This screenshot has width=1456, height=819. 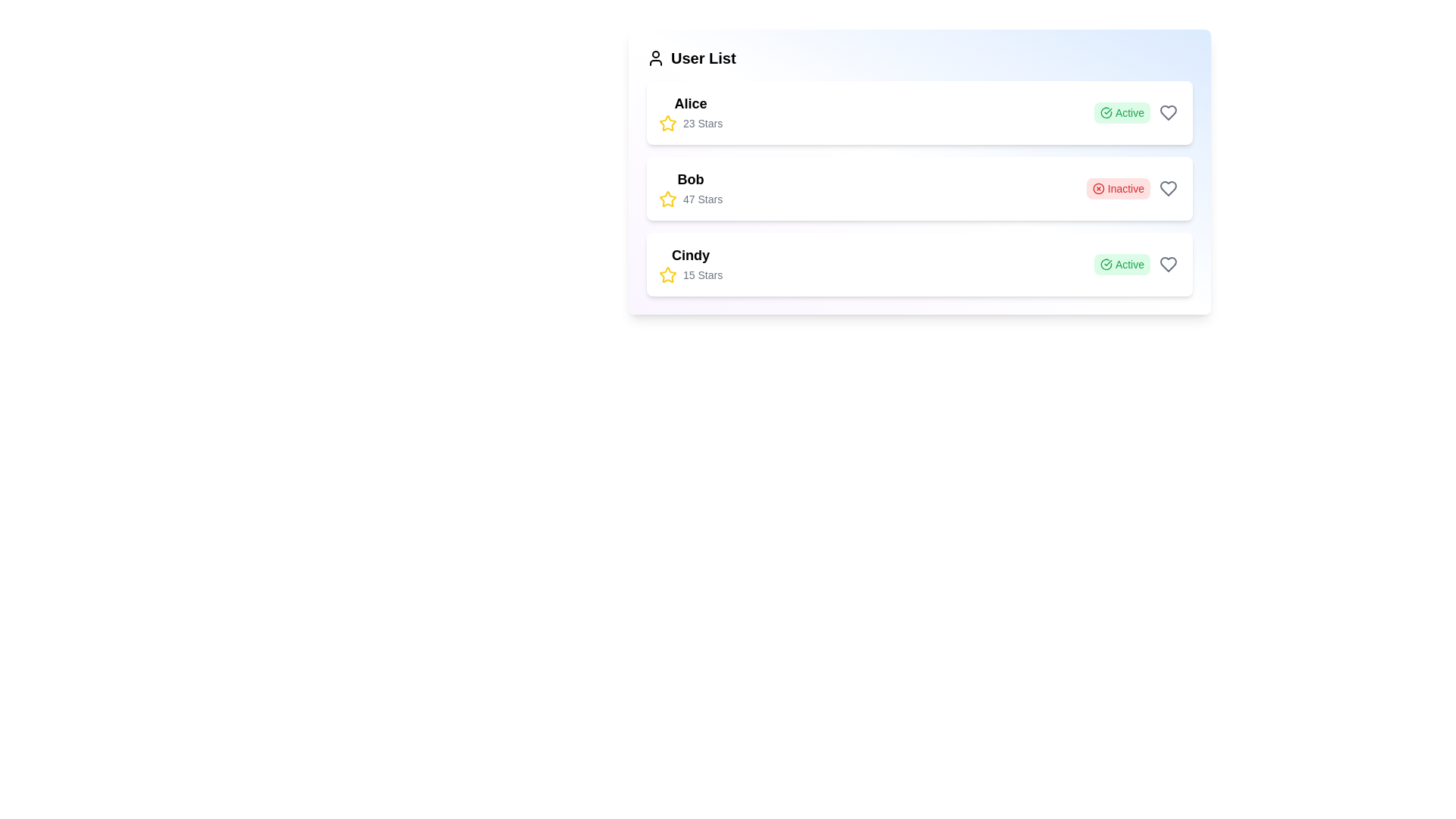 What do you see at coordinates (1167, 112) in the screenshot?
I see `the heart icon for Alice to like the user` at bounding box center [1167, 112].